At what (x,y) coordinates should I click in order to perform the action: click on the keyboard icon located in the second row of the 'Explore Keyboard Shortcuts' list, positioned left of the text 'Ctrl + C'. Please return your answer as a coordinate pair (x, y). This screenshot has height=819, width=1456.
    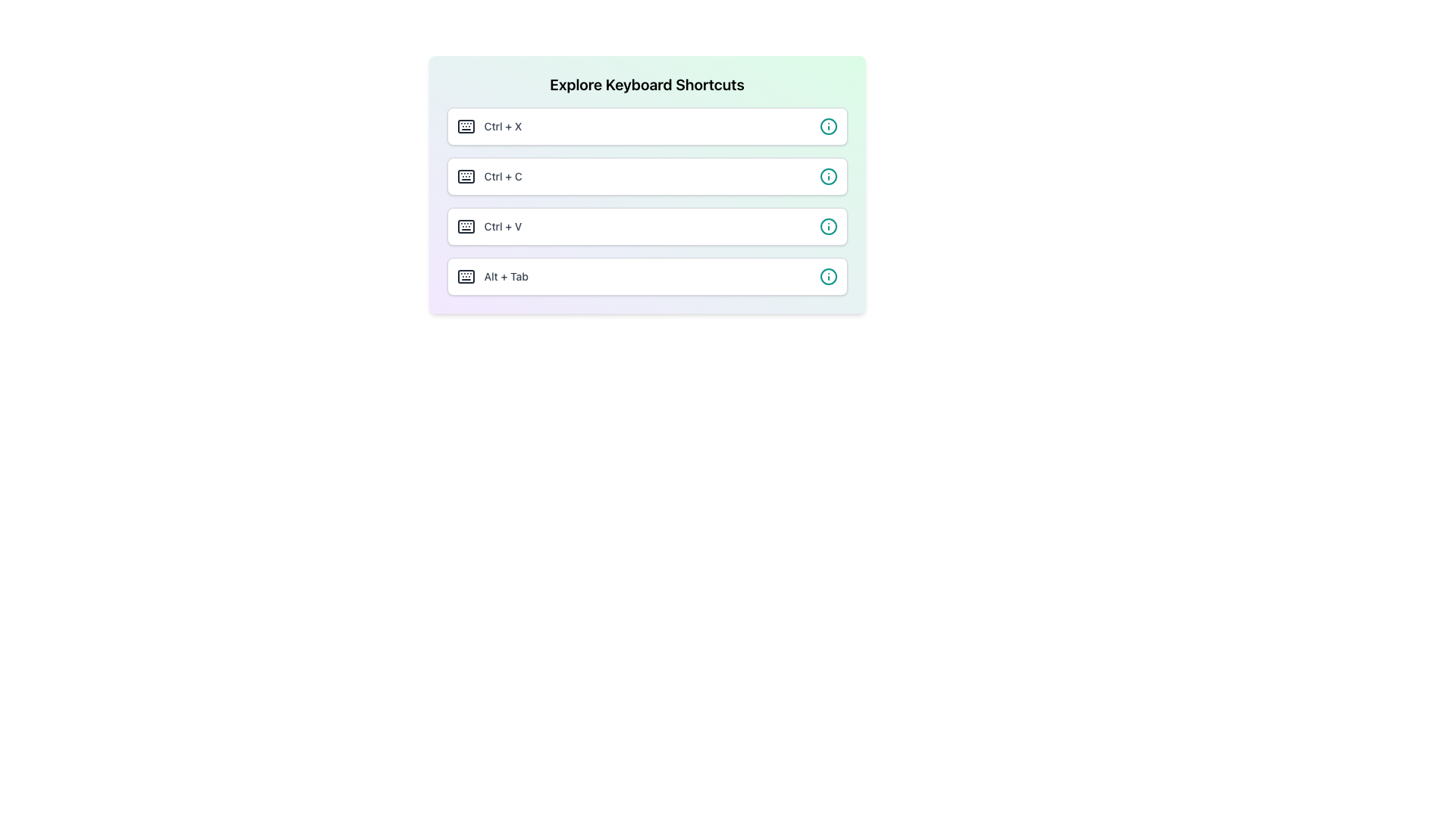
    Looking at the image, I should click on (465, 175).